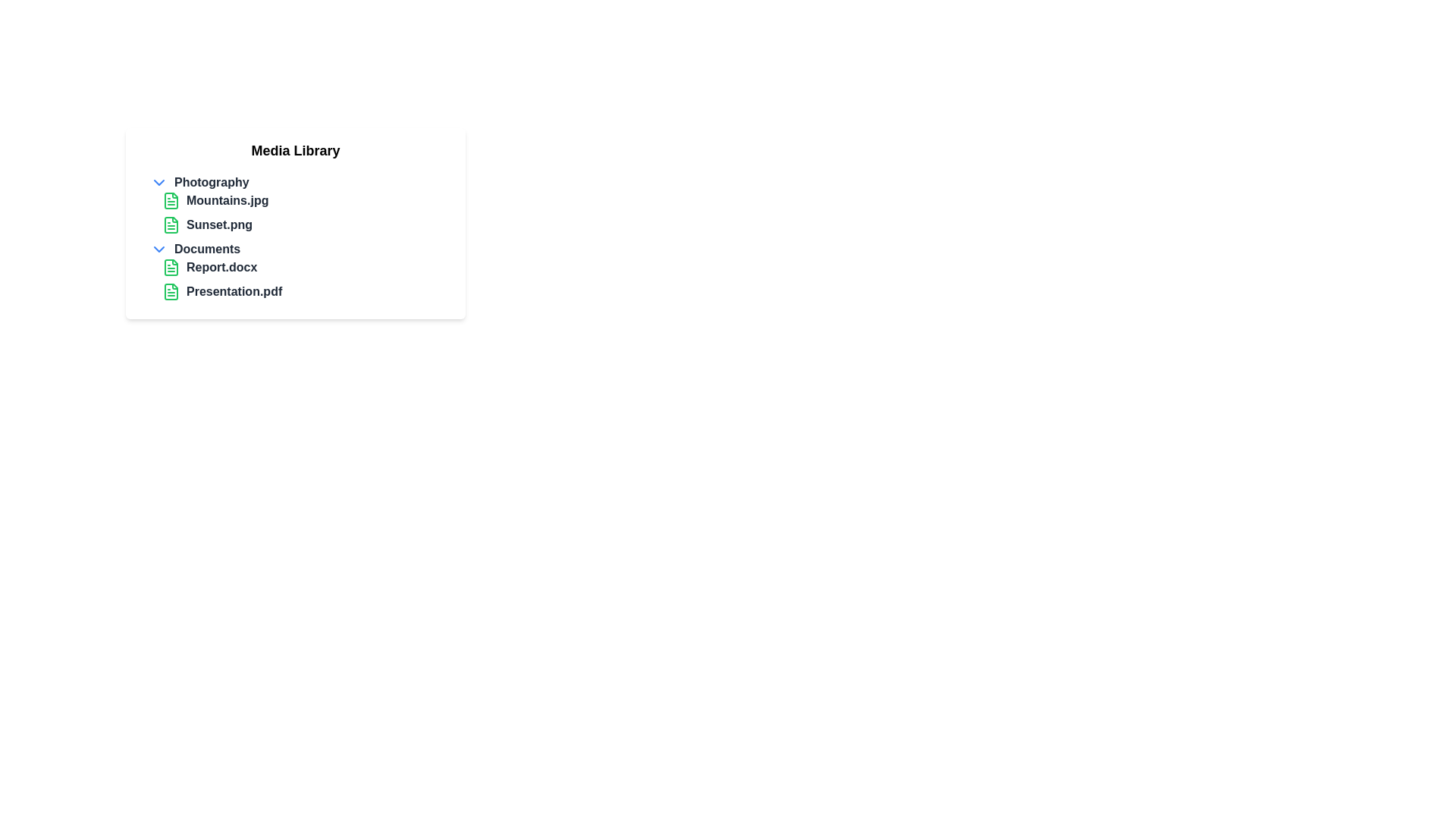 The height and width of the screenshot is (819, 1456). I want to click on the 'Photography' text label to expand or collapse the category, so click(211, 181).